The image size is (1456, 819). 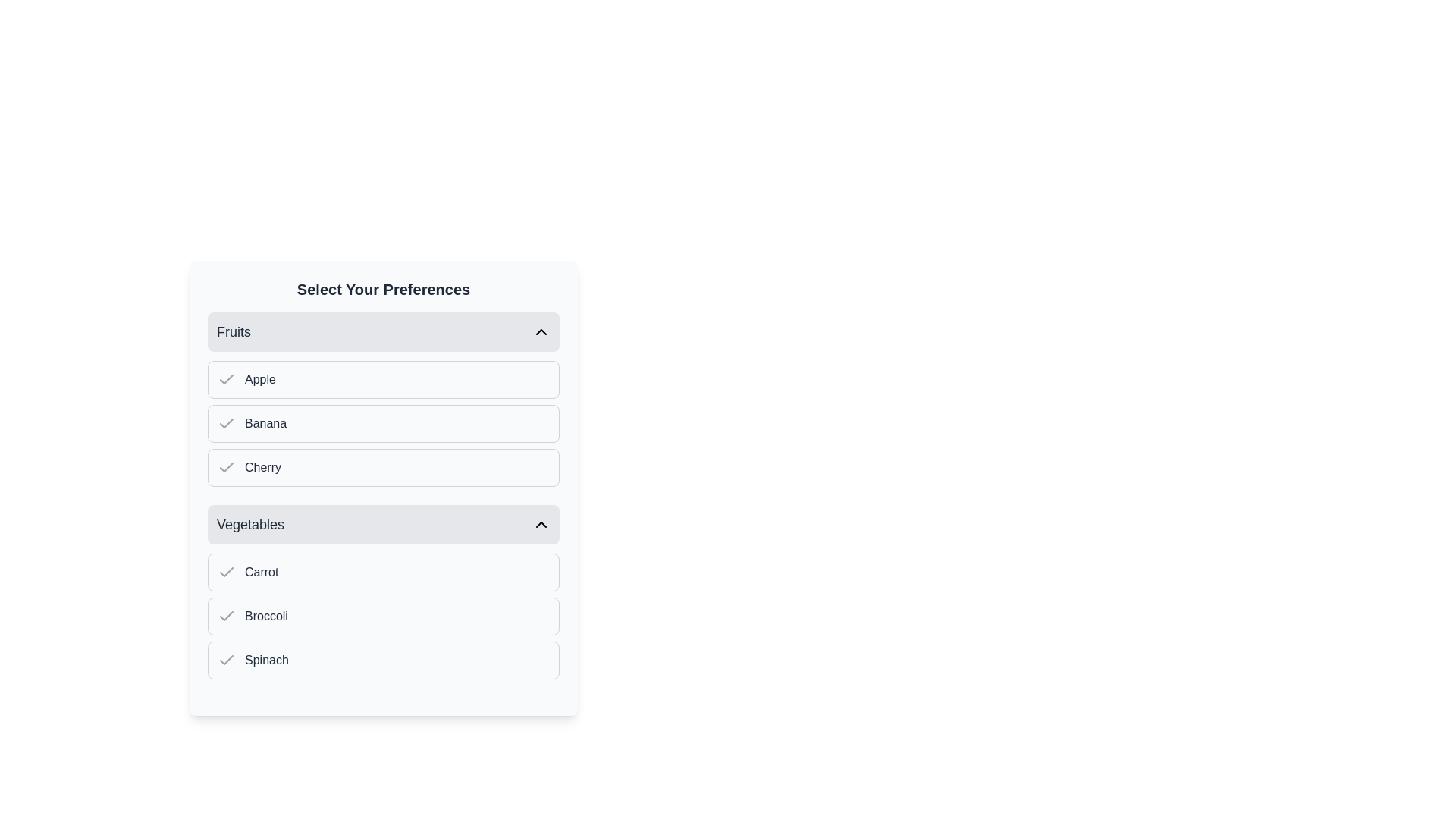 What do you see at coordinates (383, 424) in the screenshot?
I see `the second item in the 'Fruits' selection list, which allows the user to indicate their preference for 'Banana'` at bounding box center [383, 424].